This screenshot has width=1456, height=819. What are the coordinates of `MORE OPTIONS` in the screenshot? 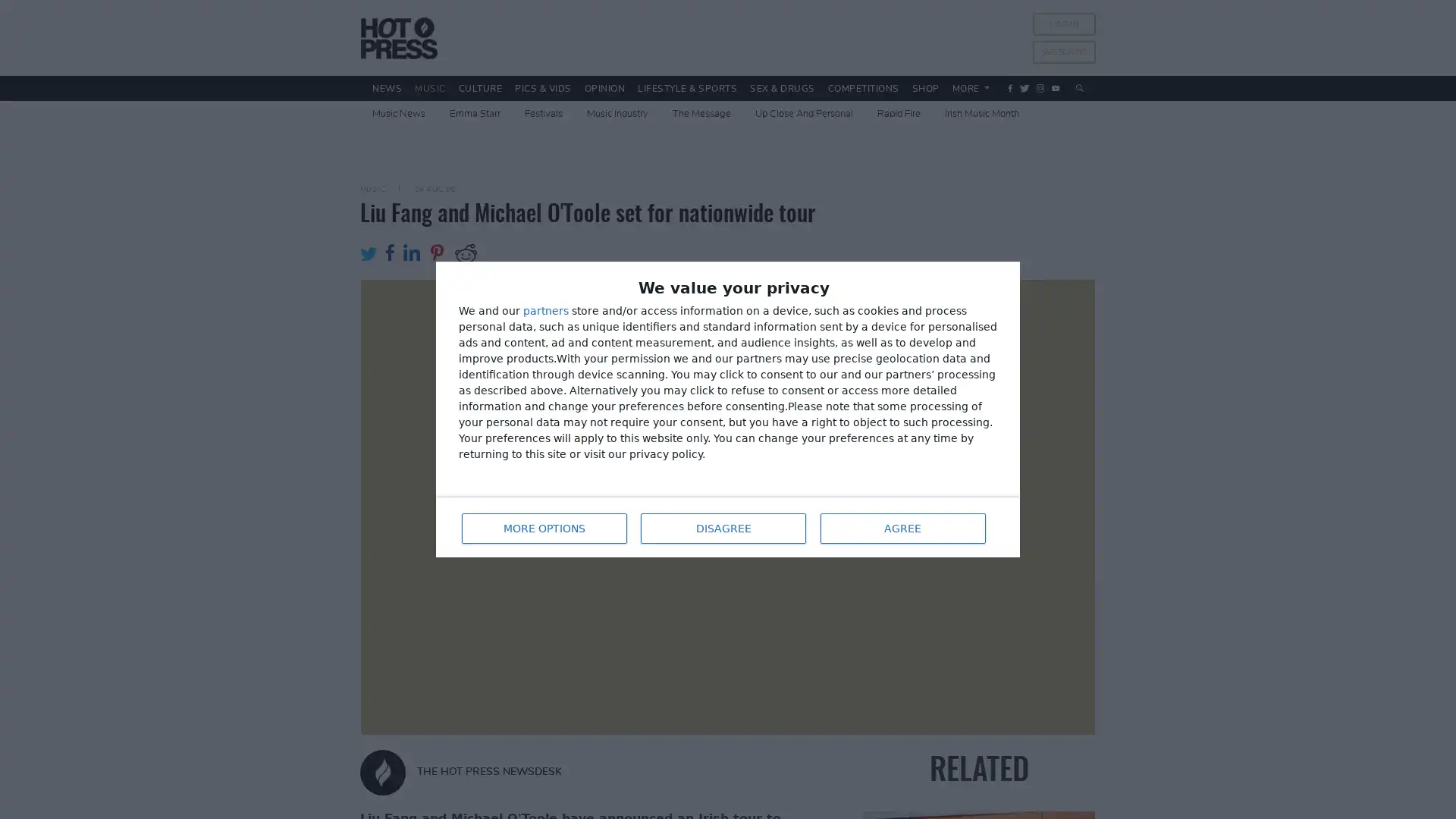 It's located at (542, 526).